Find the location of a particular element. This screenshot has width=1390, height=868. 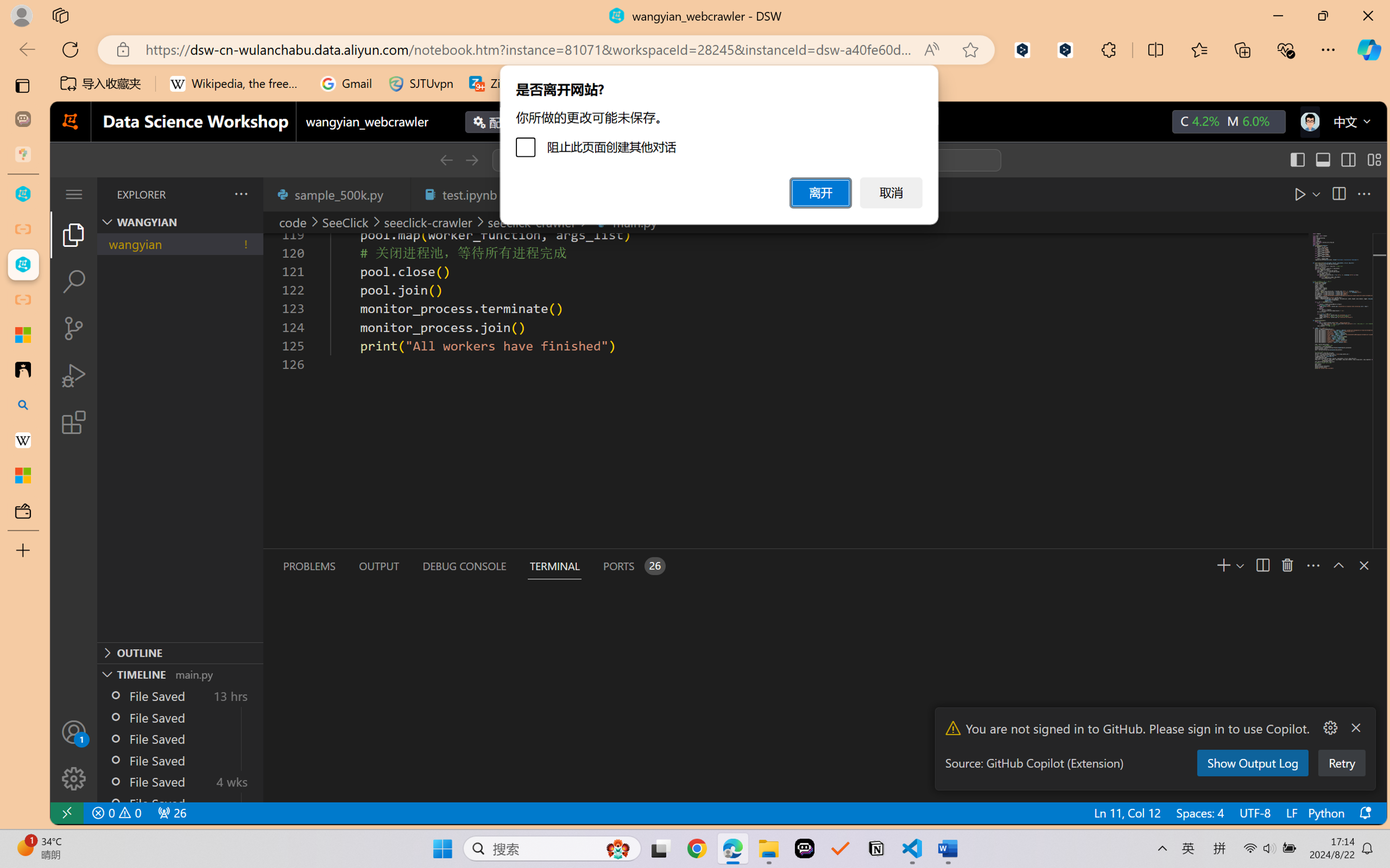

'Google Chrome' is located at coordinates (697, 848).